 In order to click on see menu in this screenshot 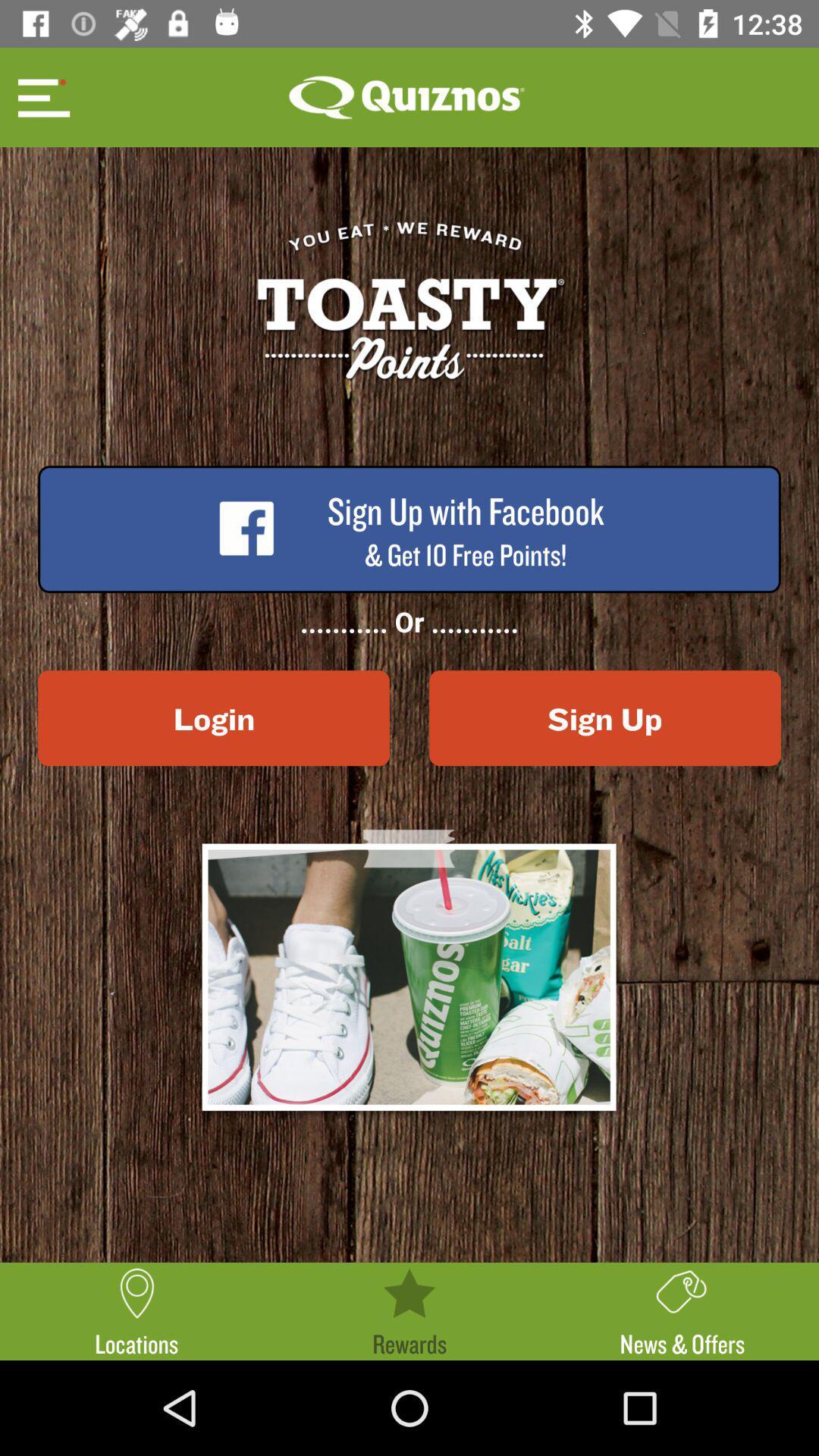, I will do `click(41, 96)`.